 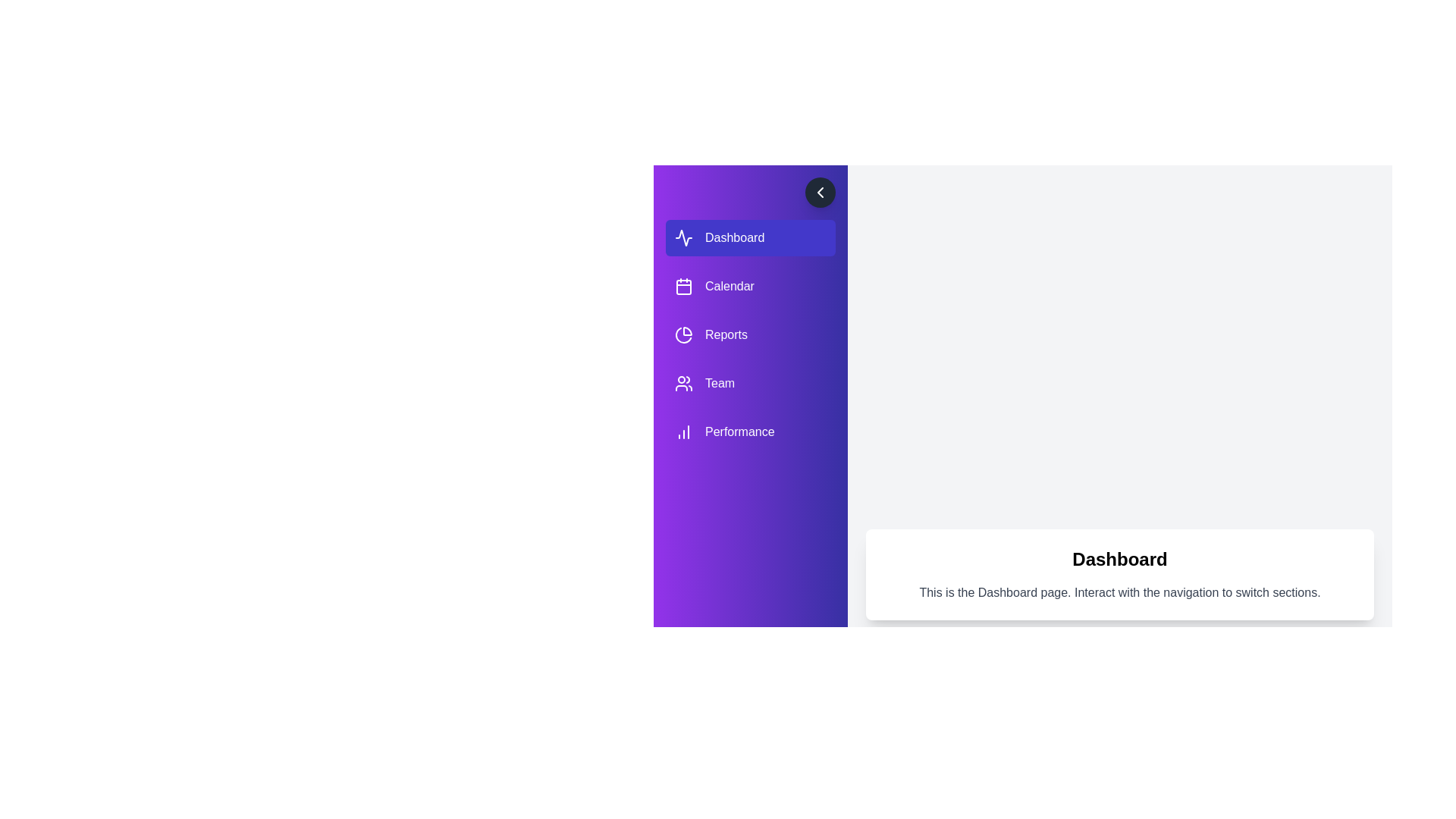 I want to click on the Team tab to switch the displayed content, so click(x=750, y=382).